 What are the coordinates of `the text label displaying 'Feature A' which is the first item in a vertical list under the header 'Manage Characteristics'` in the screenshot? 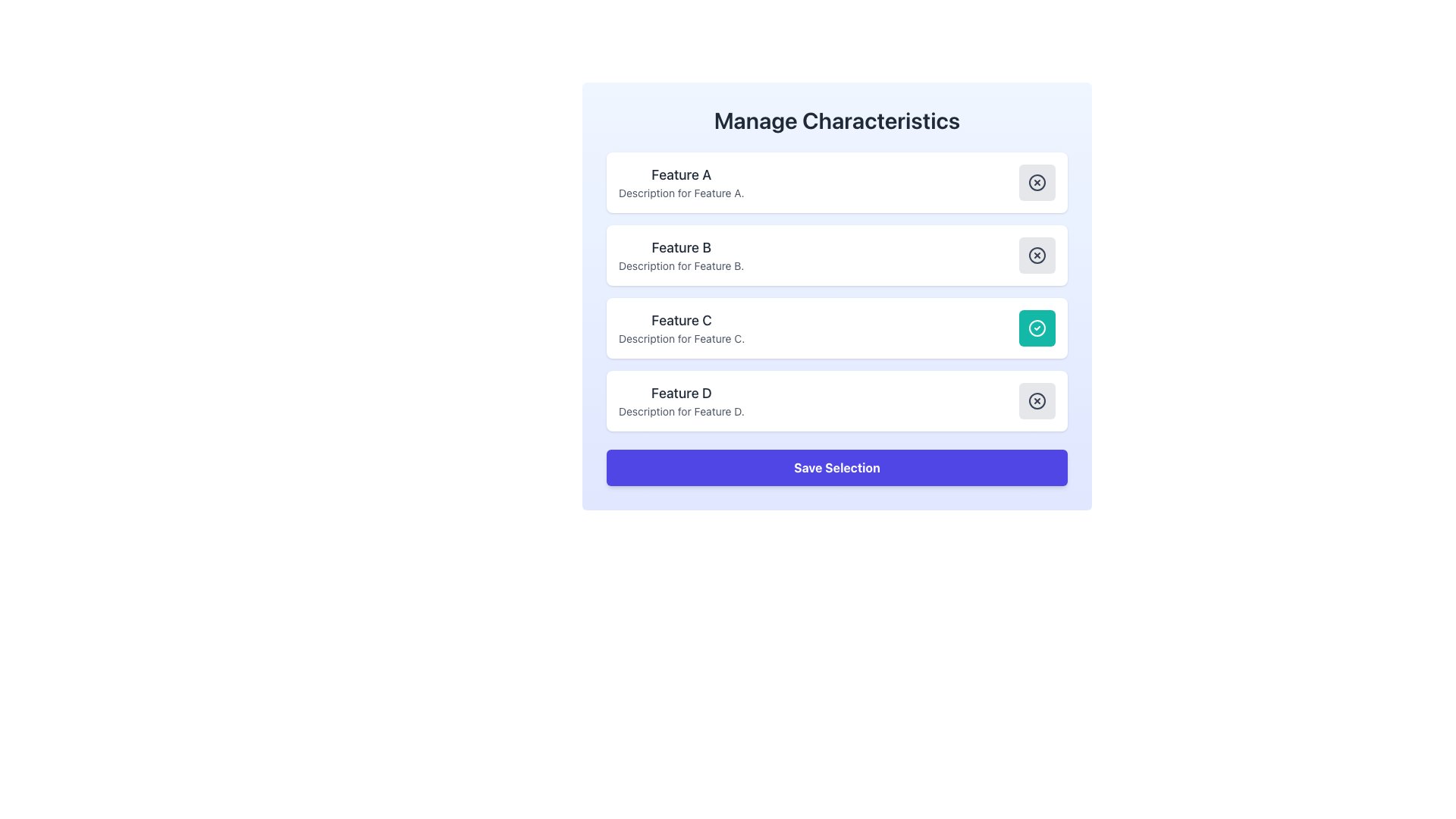 It's located at (680, 174).